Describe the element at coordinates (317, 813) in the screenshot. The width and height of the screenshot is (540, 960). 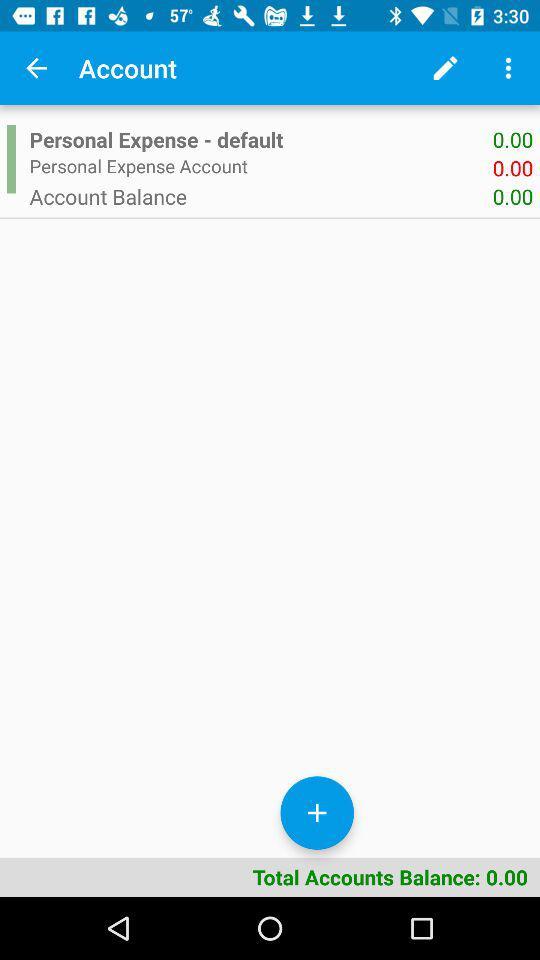
I see `the add icon` at that location.